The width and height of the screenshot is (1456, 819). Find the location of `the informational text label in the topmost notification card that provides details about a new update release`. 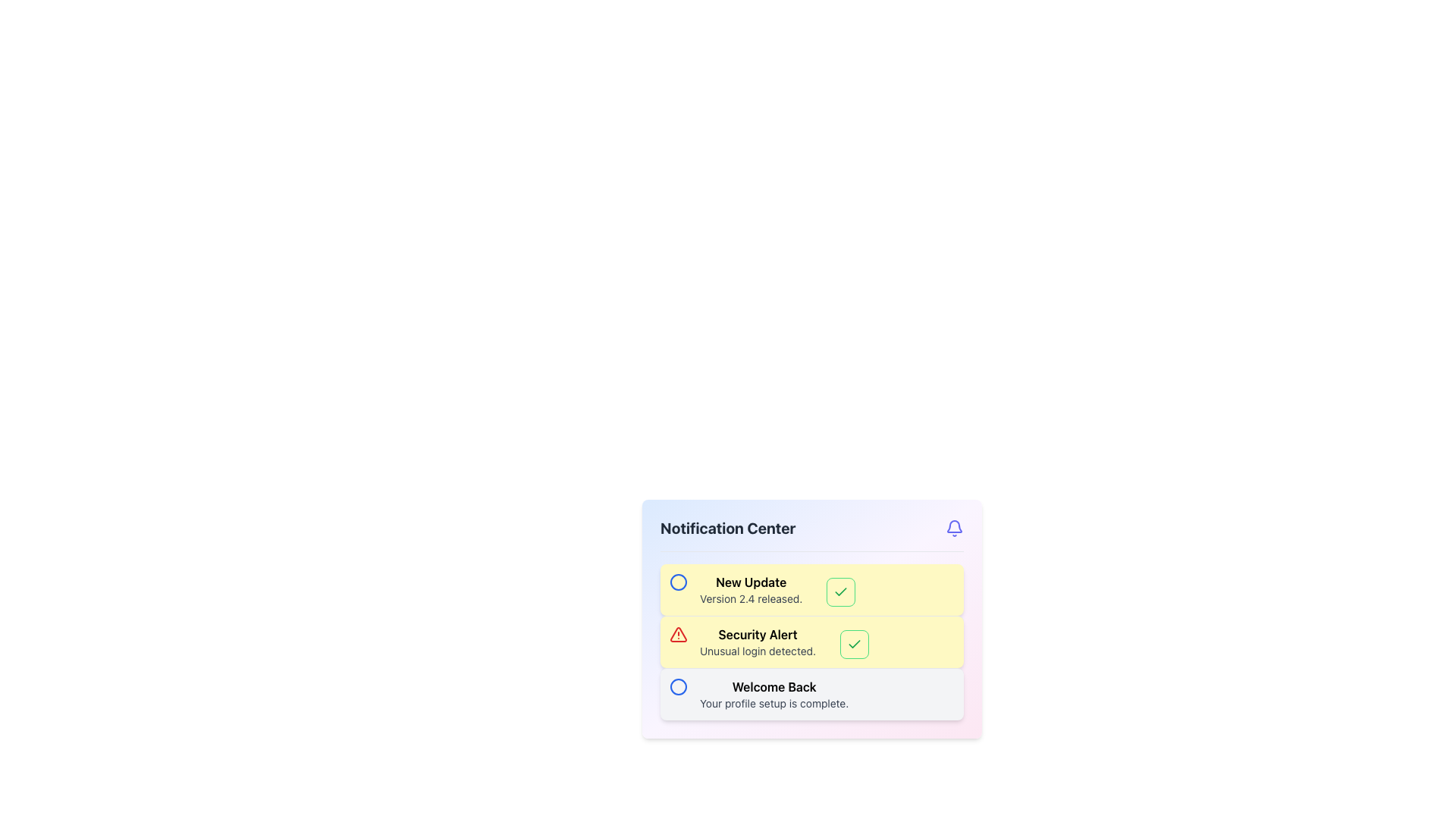

the informational text label in the topmost notification card that provides details about a new update release is located at coordinates (751, 589).